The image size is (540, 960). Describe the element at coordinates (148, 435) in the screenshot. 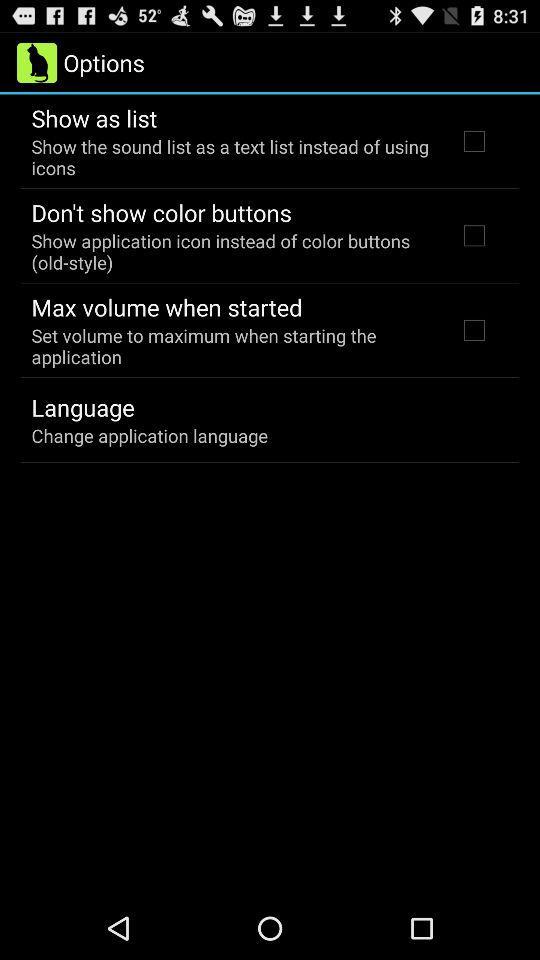

I see `app below the language` at that location.